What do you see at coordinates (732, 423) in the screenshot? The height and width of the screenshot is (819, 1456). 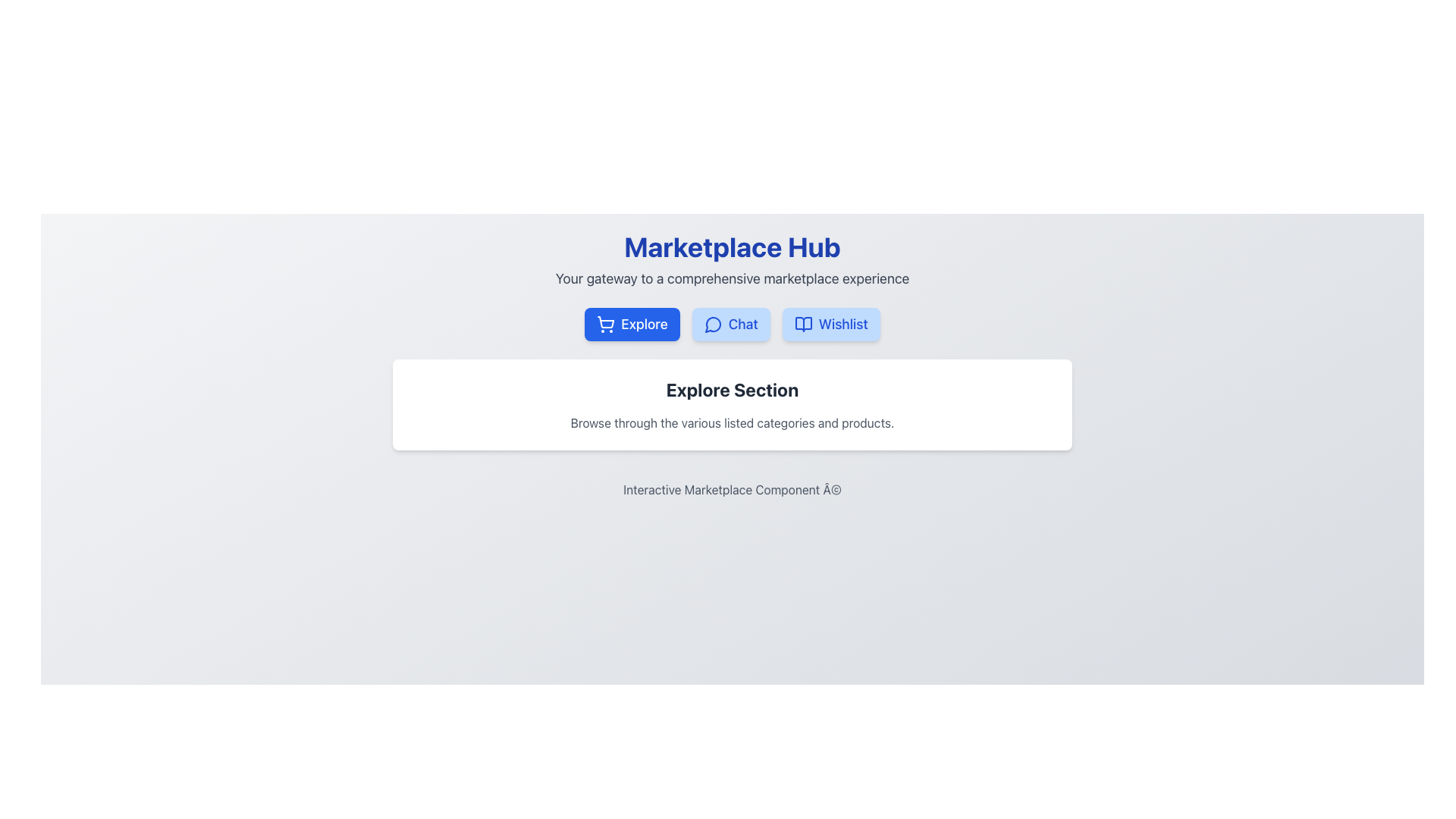 I see `static text block styled in gray color that is positioned immediately below the 'Explore Section' title, which contains the content: 'Browse through the various listed categories and products.'` at bounding box center [732, 423].